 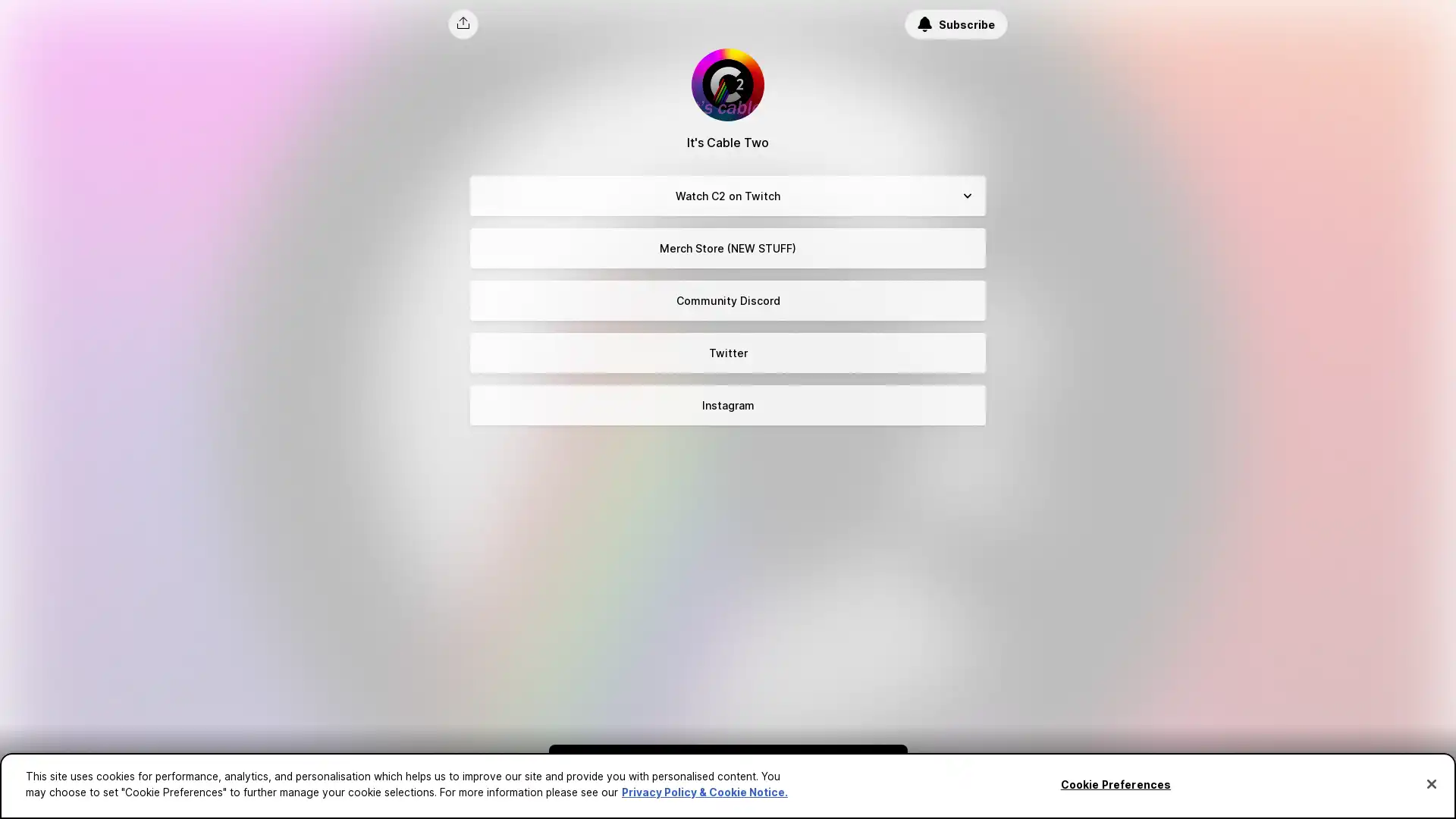 What do you see at coordinates (955, 24) in the screenshot?
I see `Subscribe` at bounding box center [955, 24].